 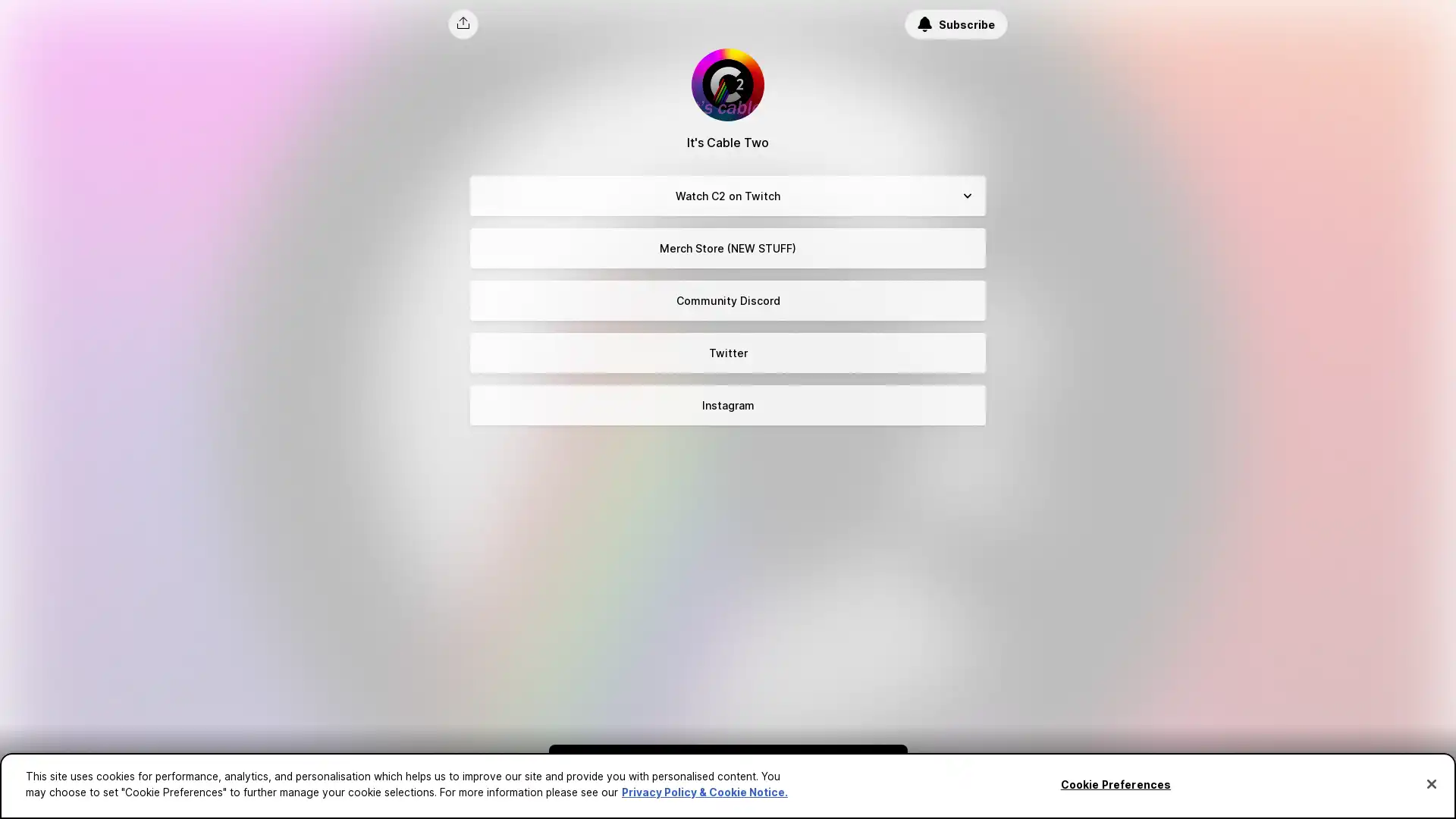 What do you see at coordinates (955, 24) in the screenshot?
I see `Subscribe` at bounding box center [955, 24].